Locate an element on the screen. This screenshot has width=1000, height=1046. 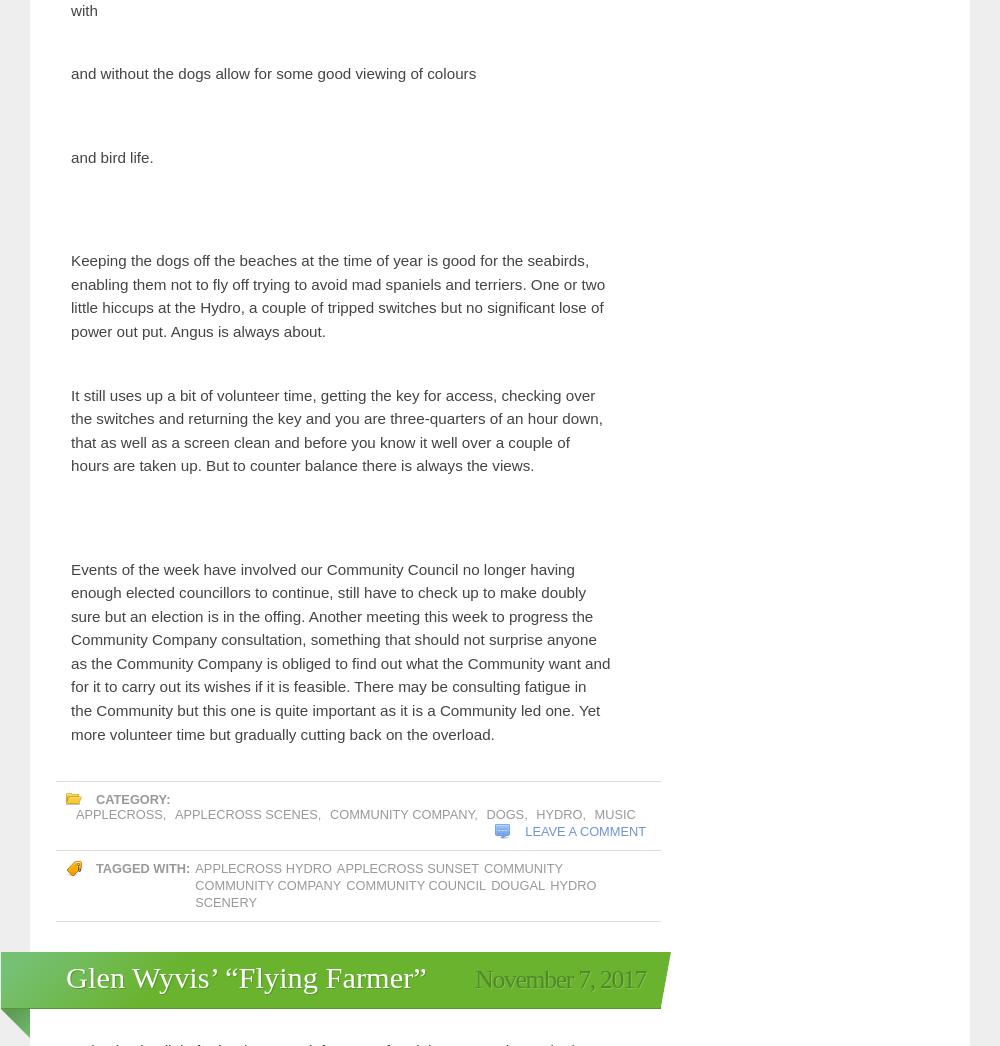
'Abroad' is located at coordinates (201, 749).